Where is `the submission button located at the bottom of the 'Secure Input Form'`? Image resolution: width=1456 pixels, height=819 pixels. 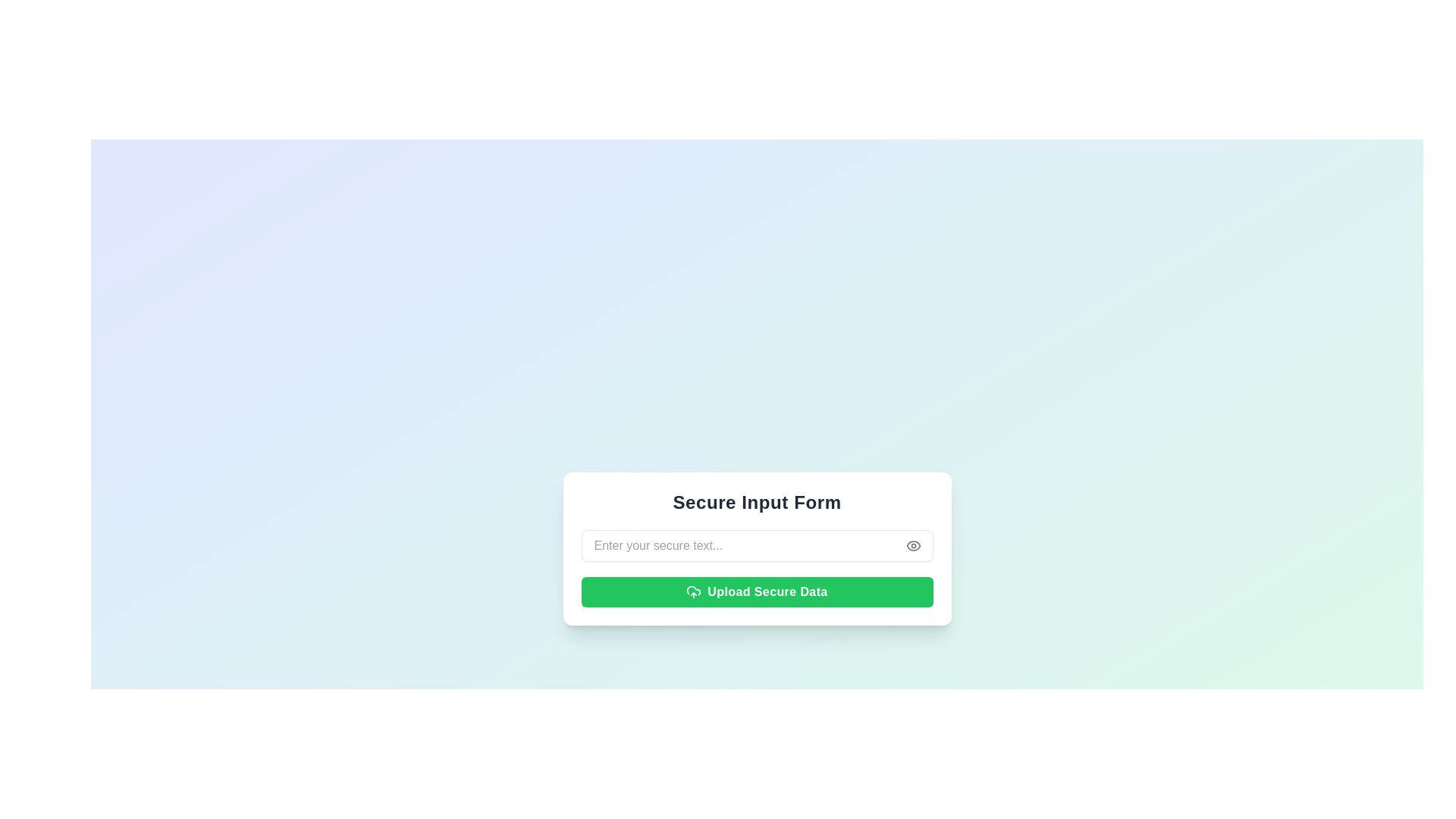 the submission button located at the bottom of the 'Secure Input Form' is located at coordinates (757, 591).